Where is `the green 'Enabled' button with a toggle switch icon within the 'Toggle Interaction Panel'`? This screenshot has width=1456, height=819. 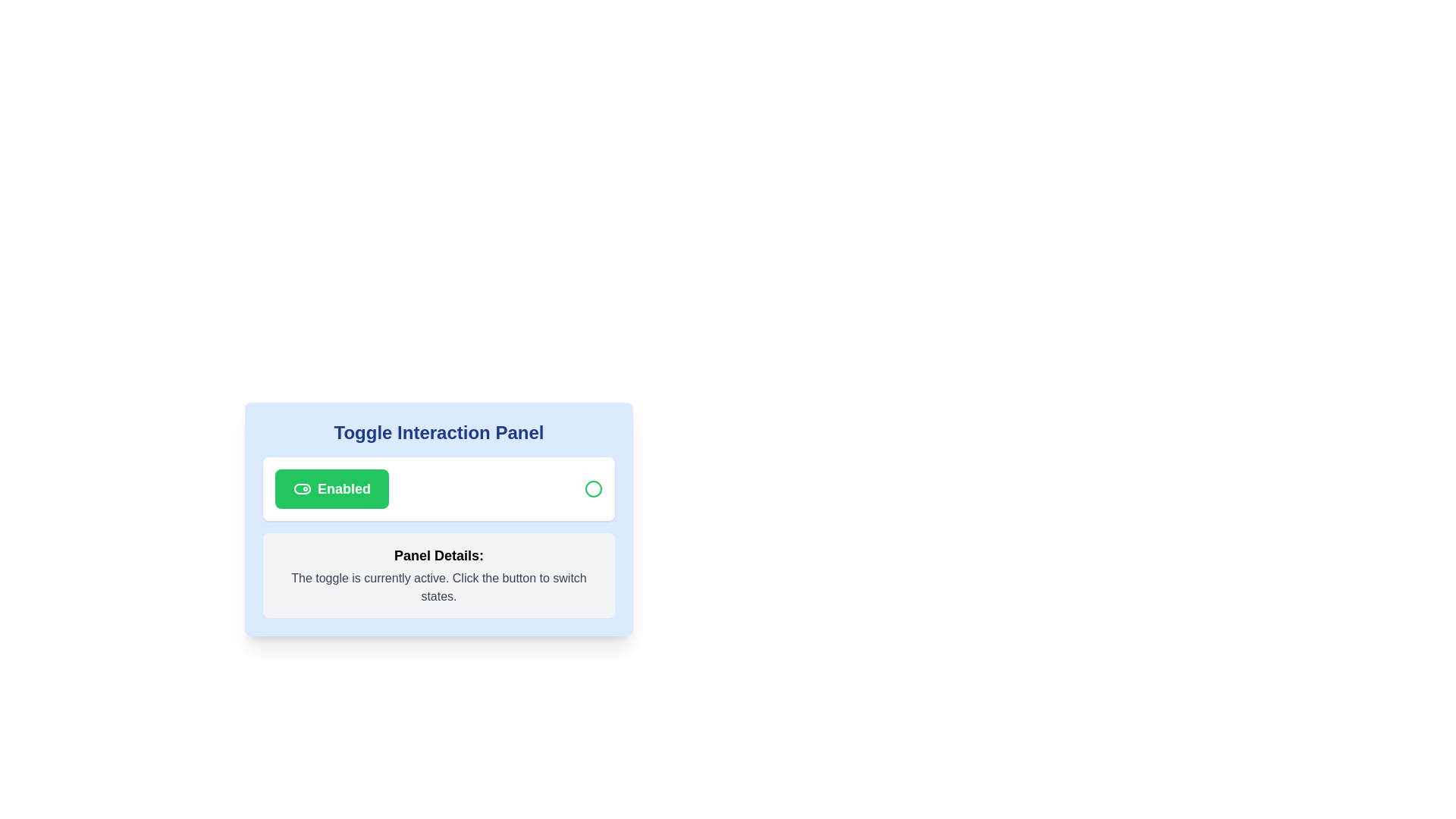 the green 'Enabled' button with a toggle switch icon within the 'Toggle Interaction Panel' is located at coordinates (331, 488).